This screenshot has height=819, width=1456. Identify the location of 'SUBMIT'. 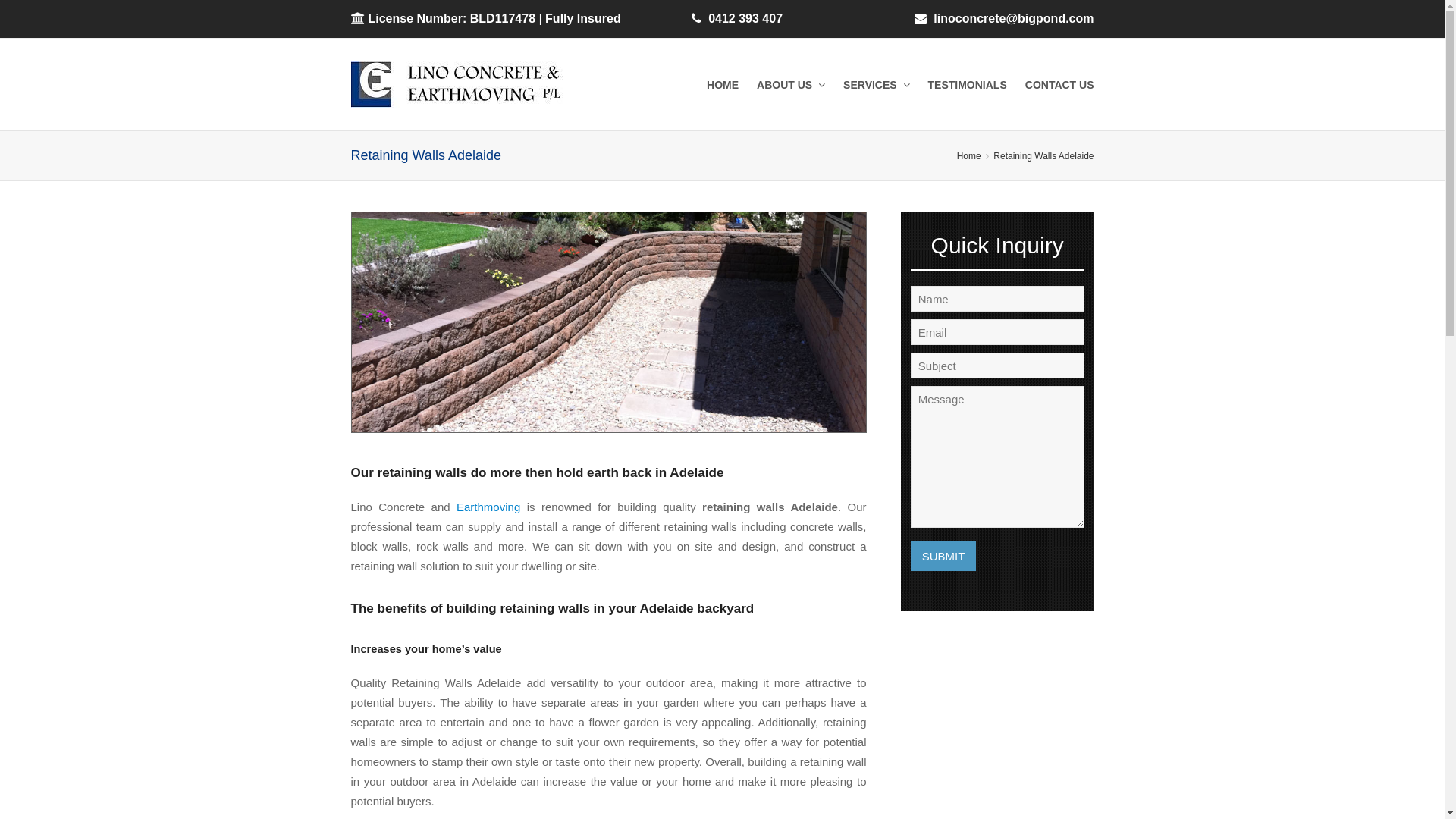
(943, 556).